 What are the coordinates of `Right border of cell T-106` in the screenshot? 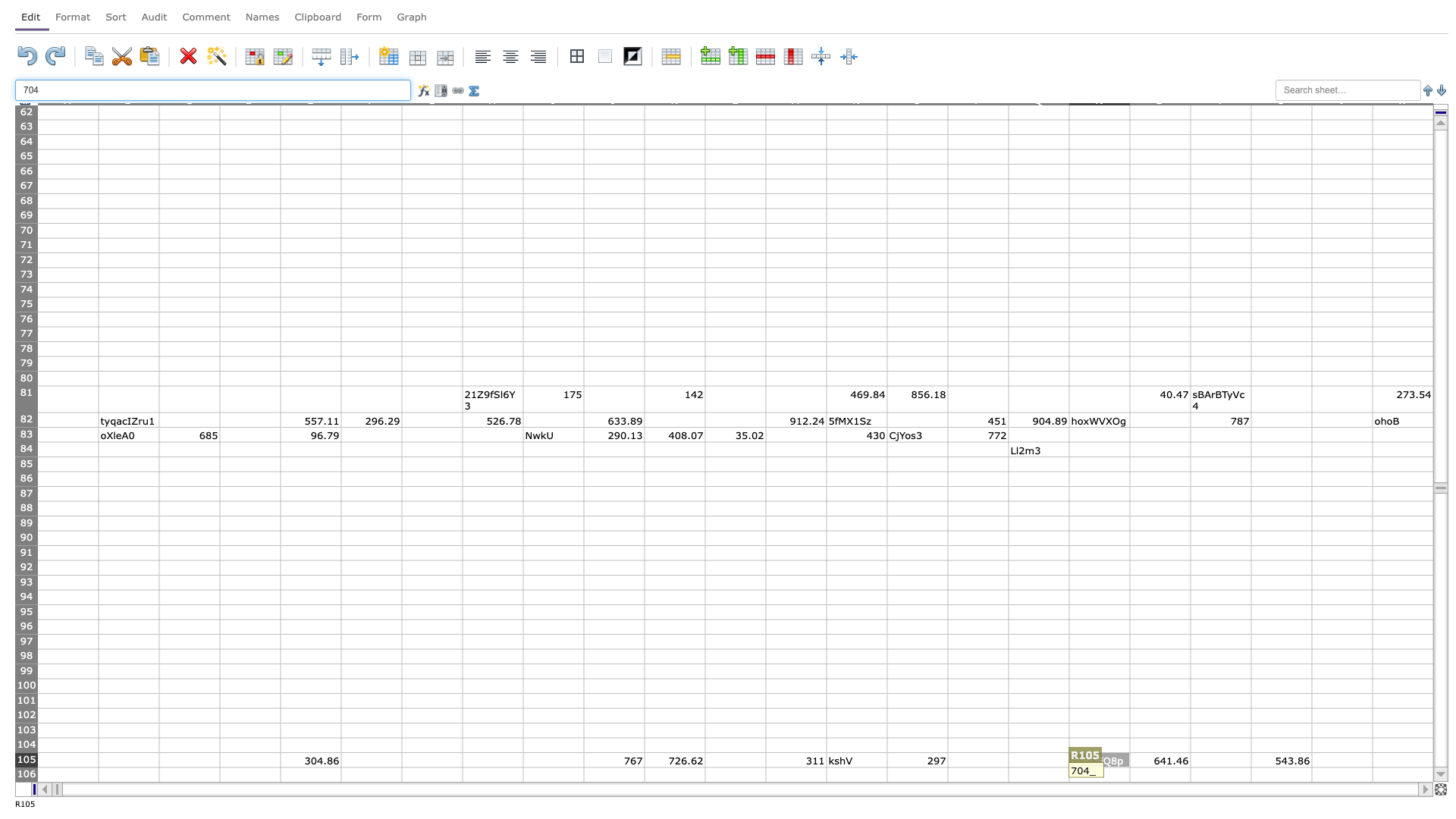 It's located at (1251, 774).